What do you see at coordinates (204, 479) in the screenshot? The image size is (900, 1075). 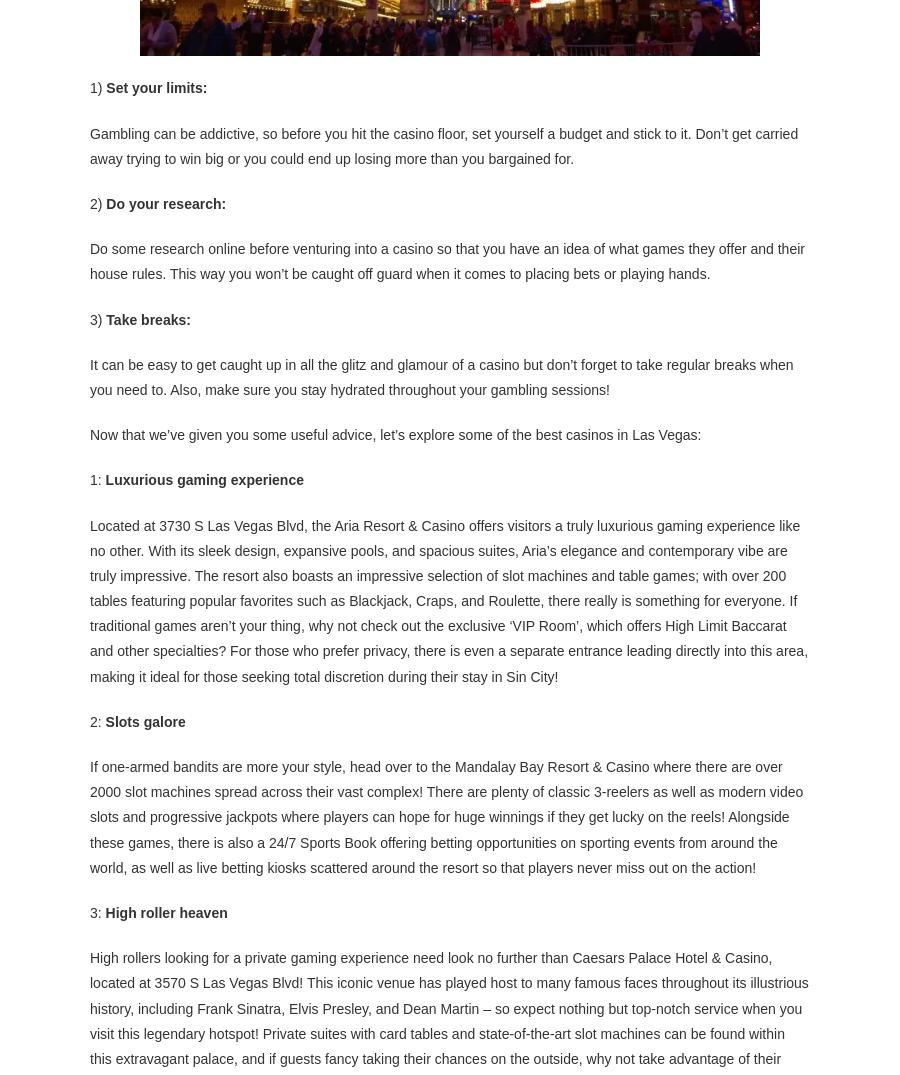 I see `'Luxurious gaming experience'` at bounding box center [204, 479].